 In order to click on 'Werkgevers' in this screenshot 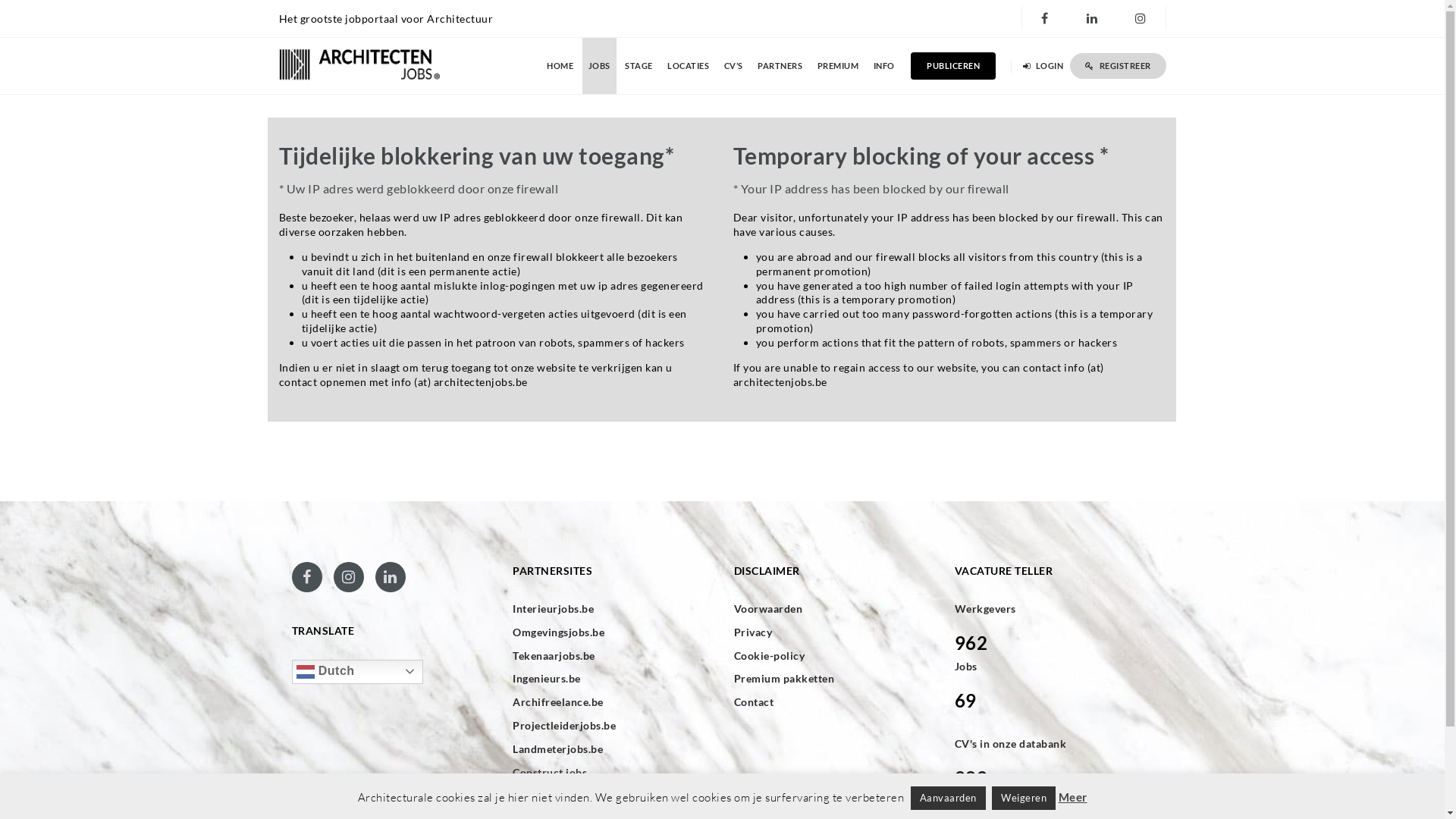, I will do `click(985, 607)`.